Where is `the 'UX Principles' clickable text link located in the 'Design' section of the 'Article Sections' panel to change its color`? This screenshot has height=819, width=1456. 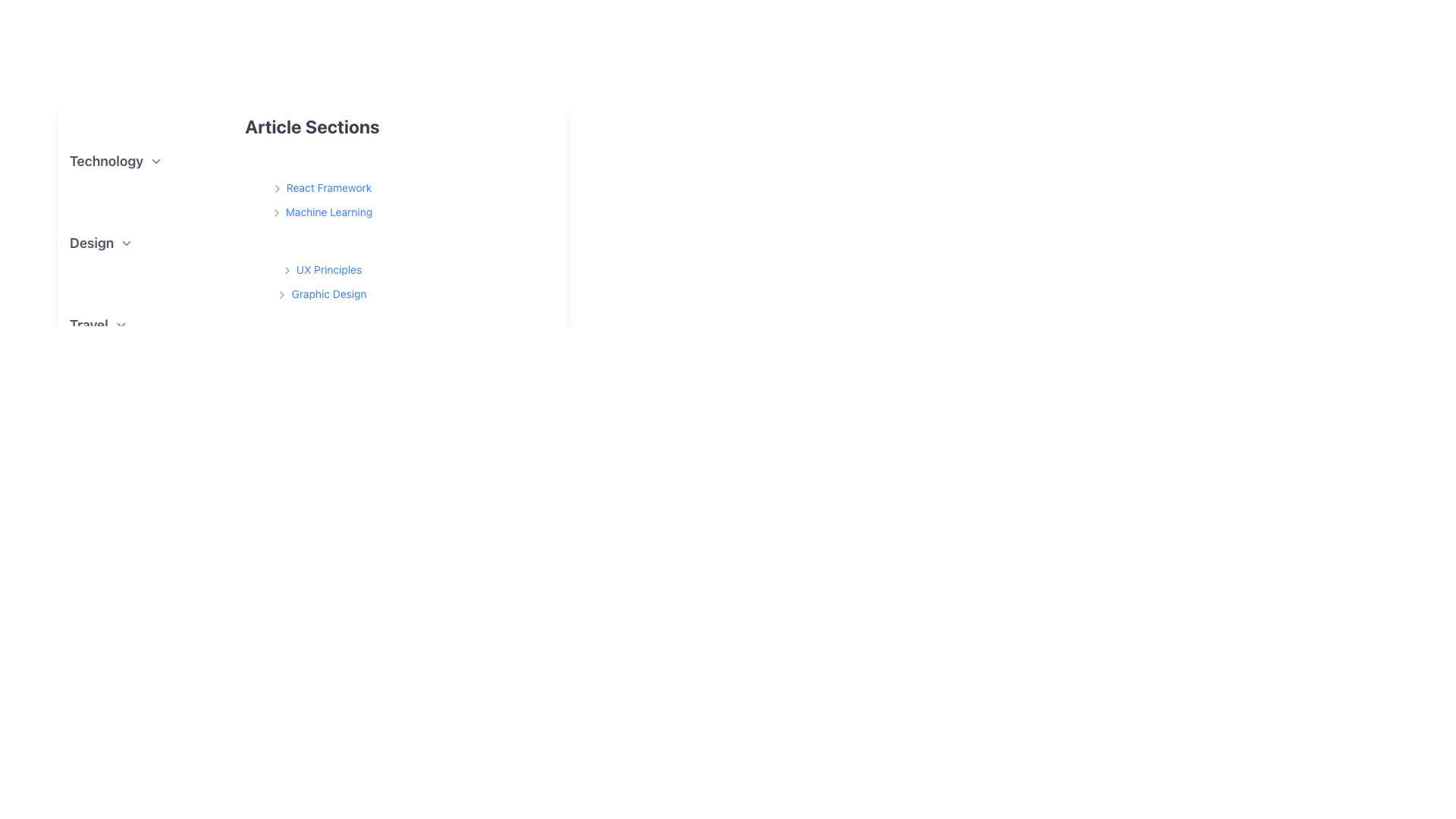
the 'UX Principles' clickable text link located in the 'Design' section of the 'Article Sections' panel to change its color is located at coordinates (320, 268).